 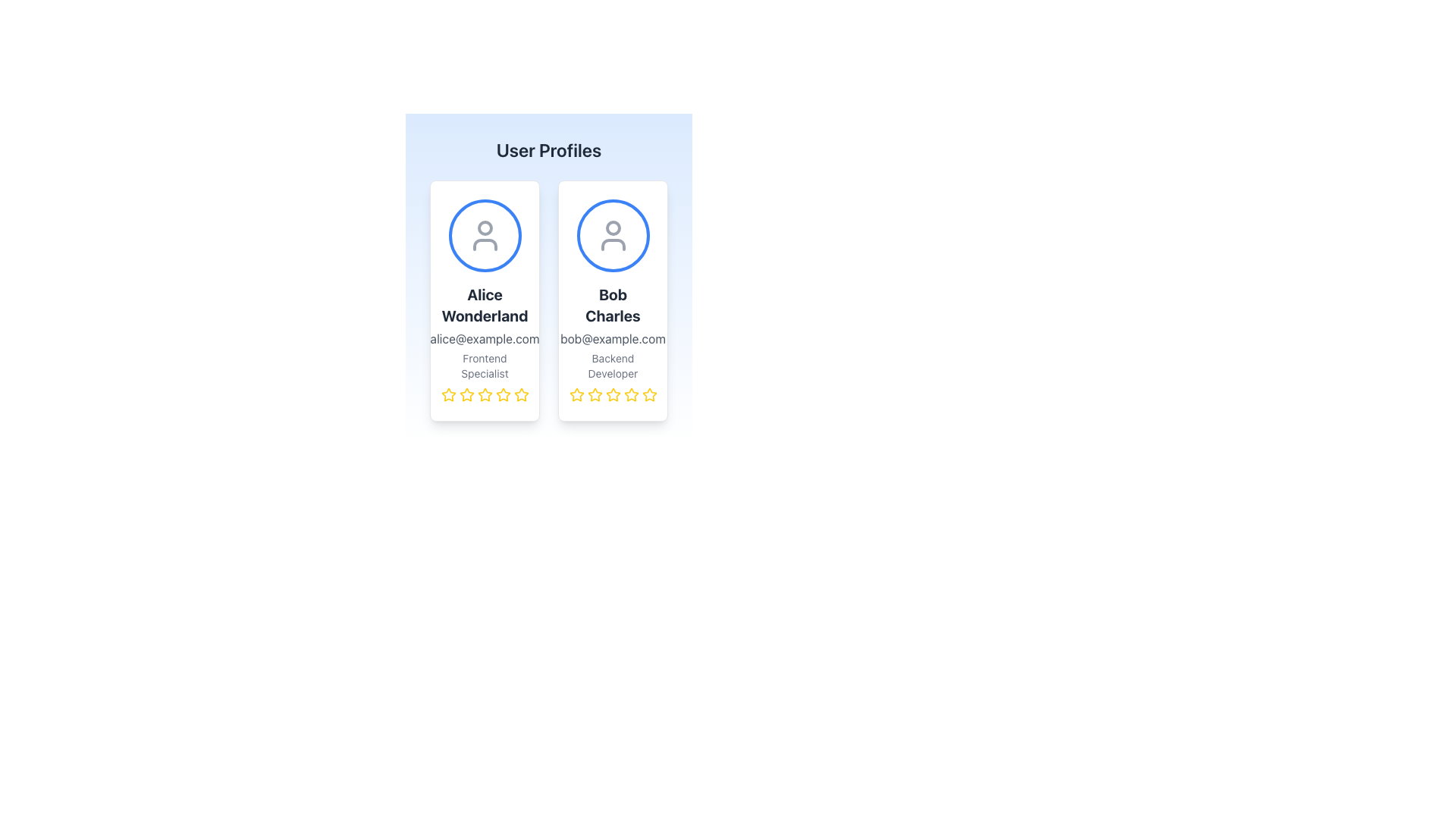 I want to click on the fourth star icon in the rating system below Alice Wonderland's profile, so click(x=484, y=394).